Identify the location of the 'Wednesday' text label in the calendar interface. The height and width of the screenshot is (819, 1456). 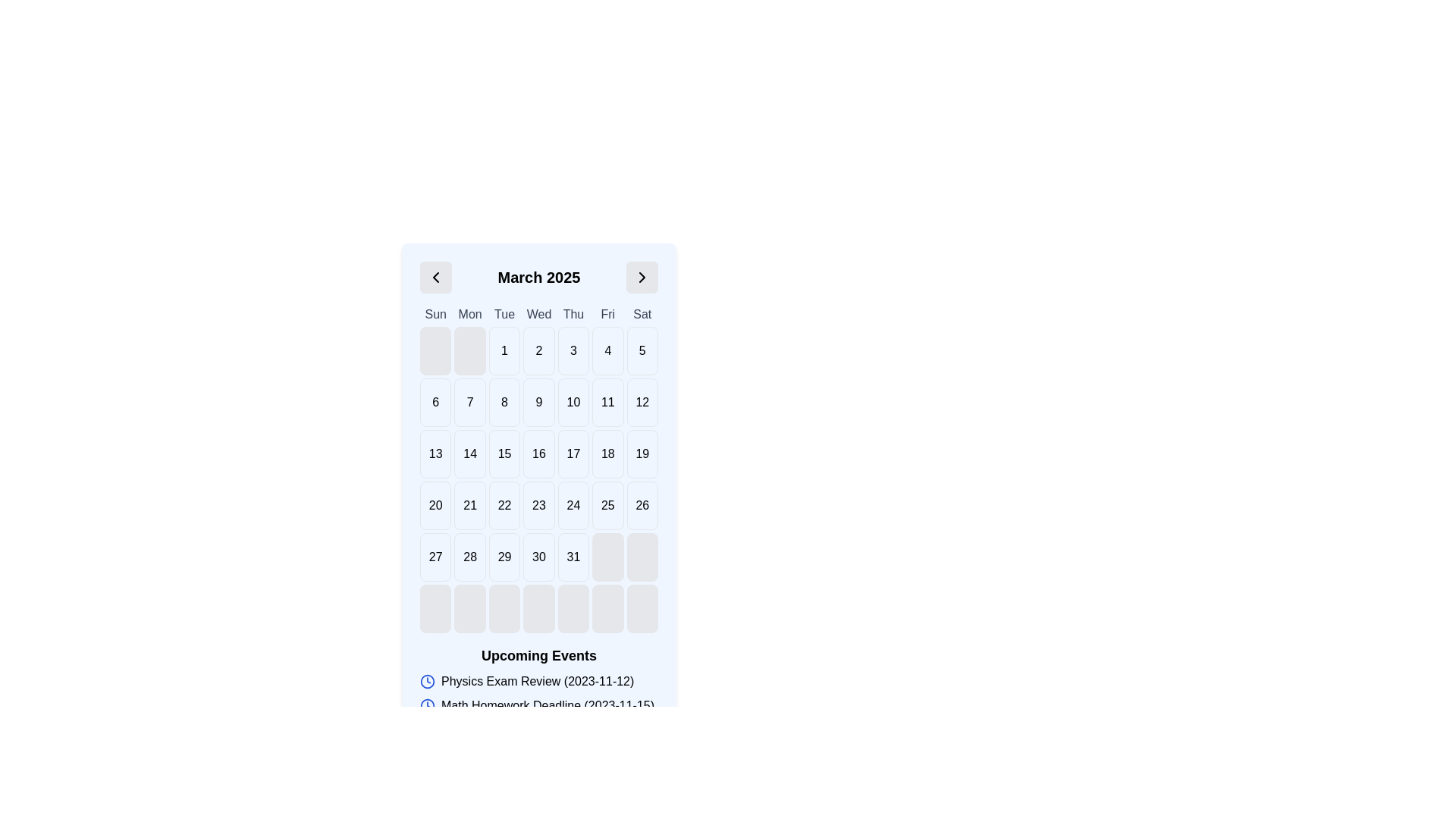
(538, 314).